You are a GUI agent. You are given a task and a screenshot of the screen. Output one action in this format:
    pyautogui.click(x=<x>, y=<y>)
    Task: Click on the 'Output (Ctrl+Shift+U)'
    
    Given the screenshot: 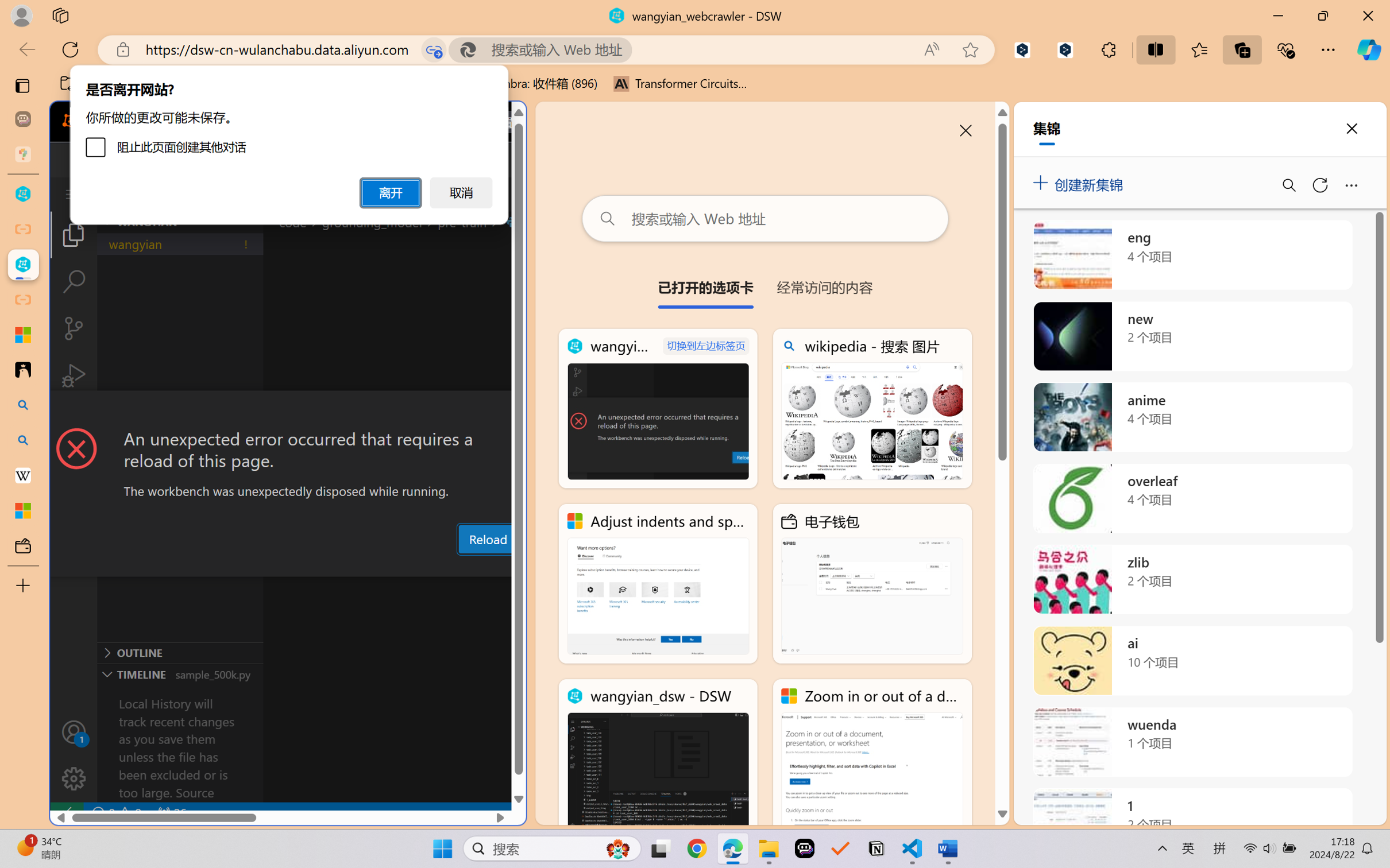 What is the action you would take?
    pyautogui.click(x=377, y=566)
    